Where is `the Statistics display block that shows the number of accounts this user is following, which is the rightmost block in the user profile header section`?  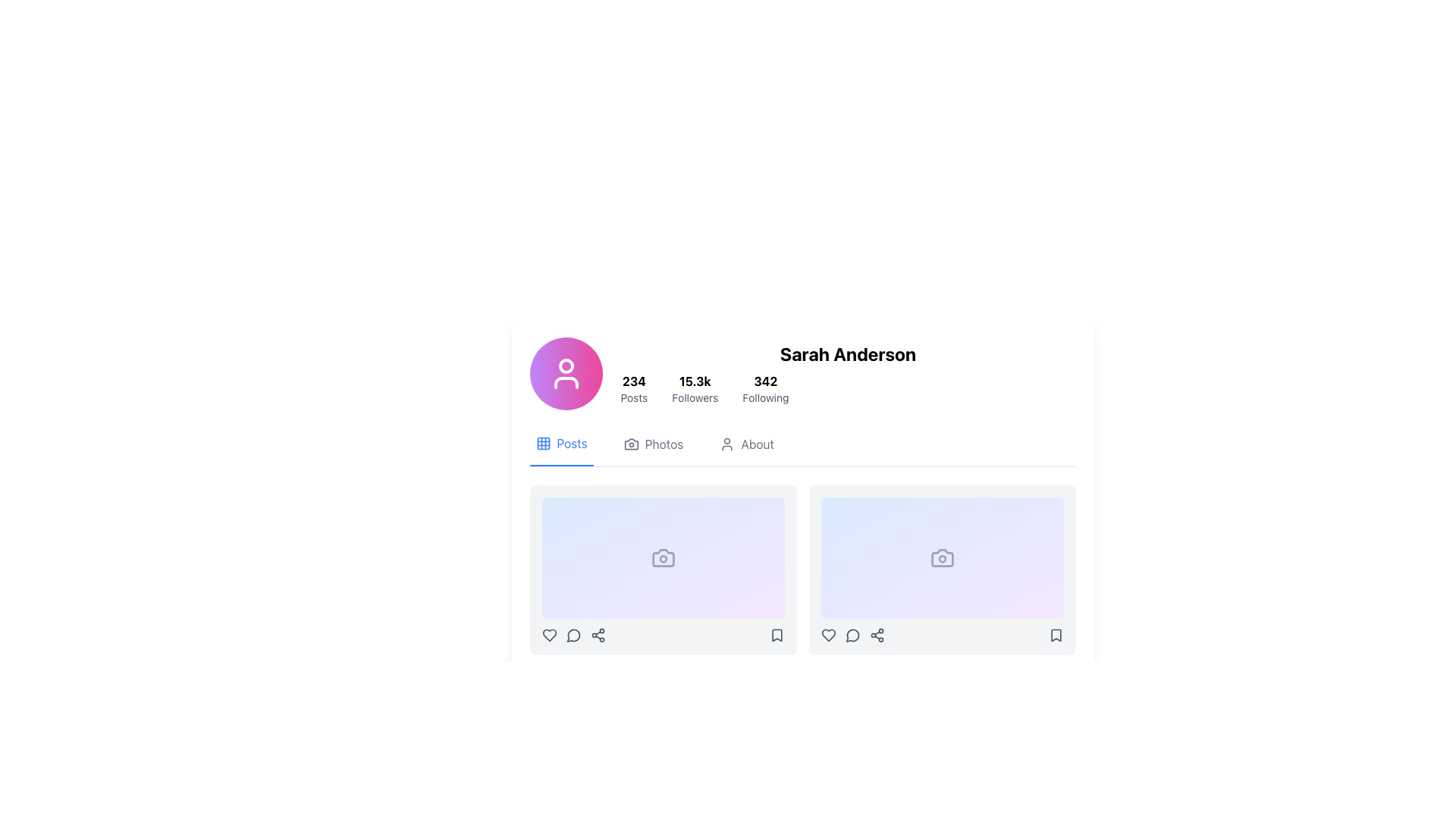
the Statistics display block that shows the number of accounts this user is following, which is the rightmost block in the user profile header section is located at coordinates (765, 388).